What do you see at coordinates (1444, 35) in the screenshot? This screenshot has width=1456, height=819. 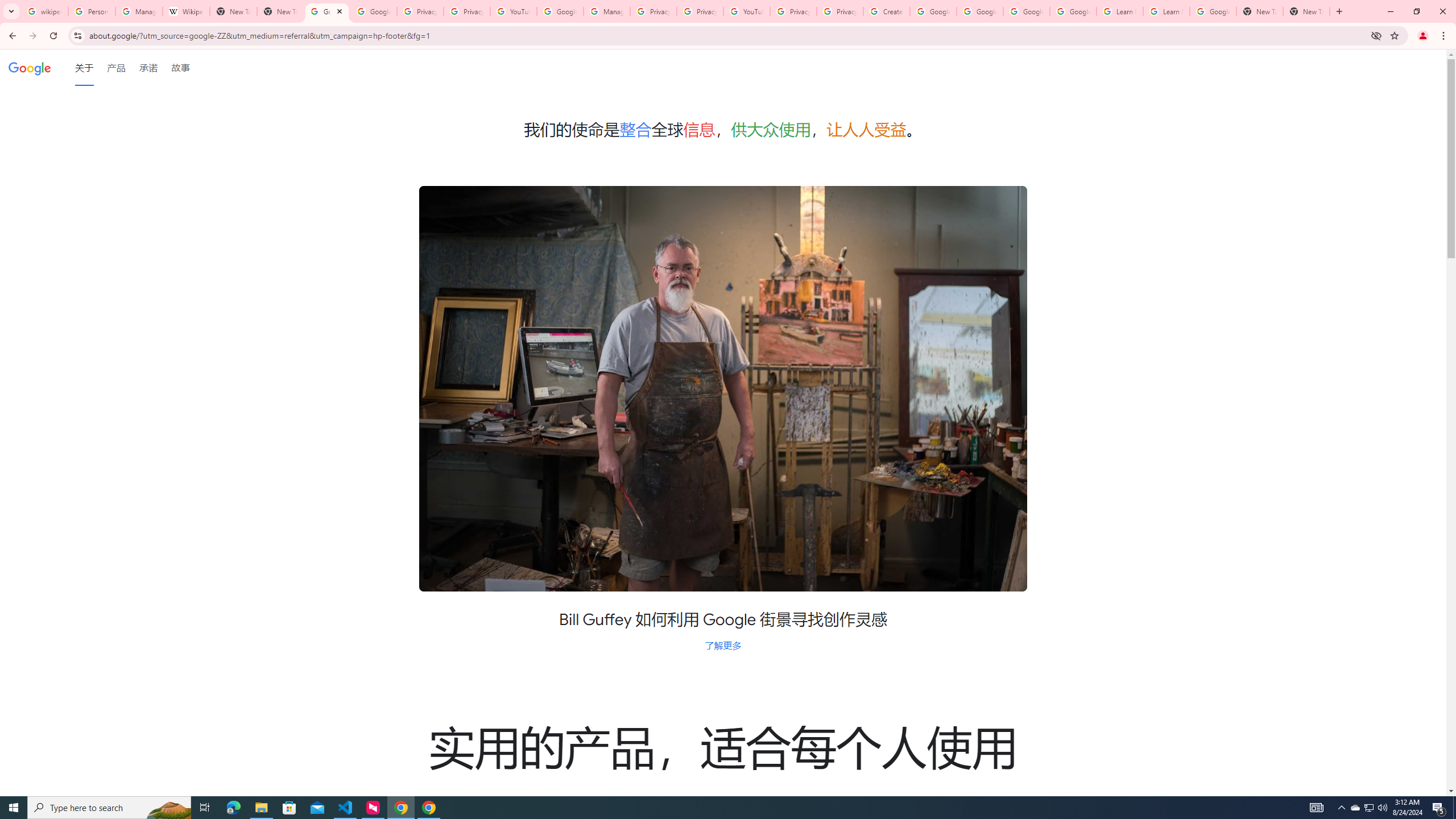 I see `'Chrome'` at bounding box center [1444, 35].